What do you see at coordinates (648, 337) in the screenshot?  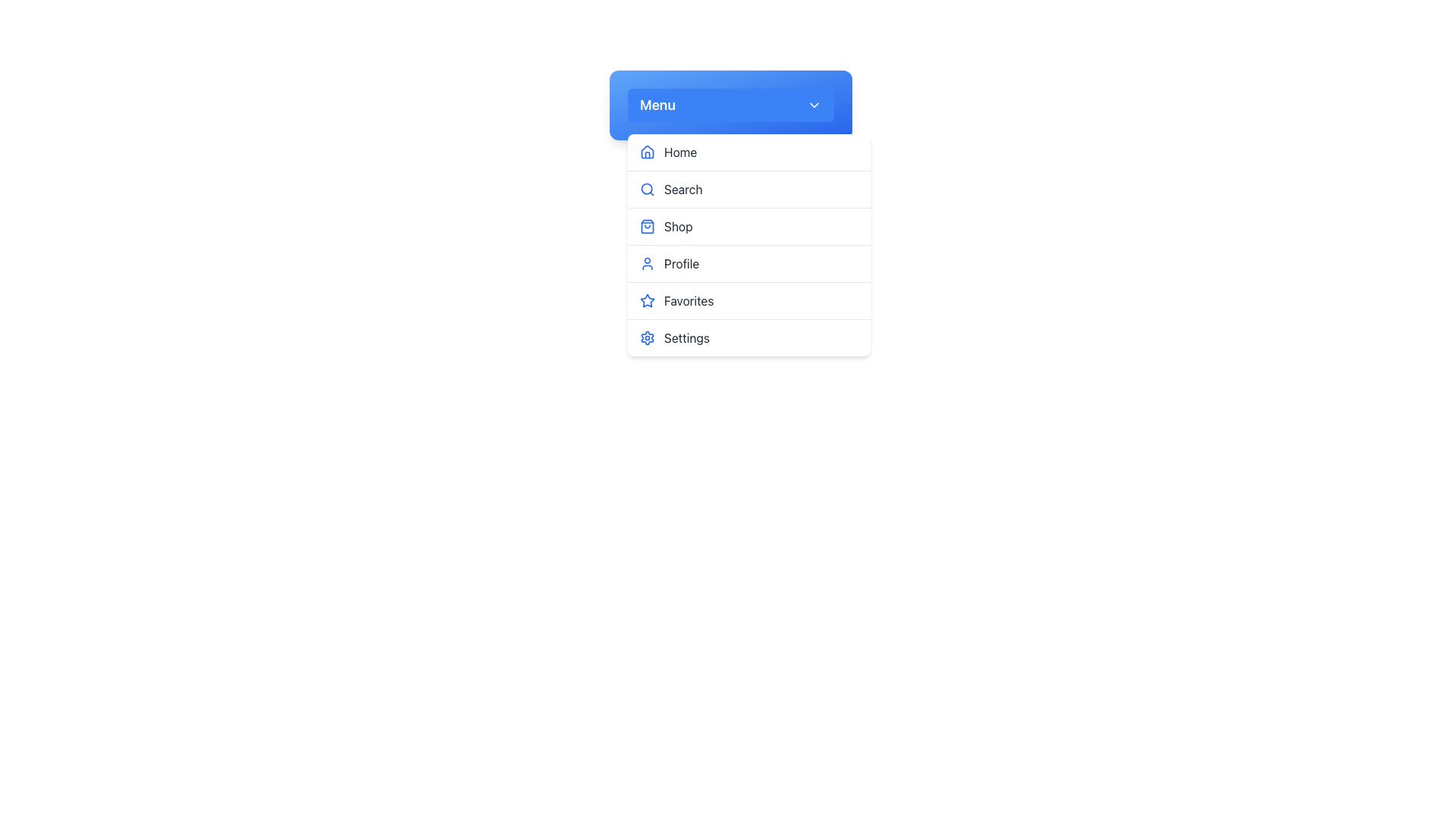 I see `the settings icon located at the leftmost side of the 'Settings' menu option in the dropdown, adjacent to the text 'Settings.'` at bounding box center [648, 337].